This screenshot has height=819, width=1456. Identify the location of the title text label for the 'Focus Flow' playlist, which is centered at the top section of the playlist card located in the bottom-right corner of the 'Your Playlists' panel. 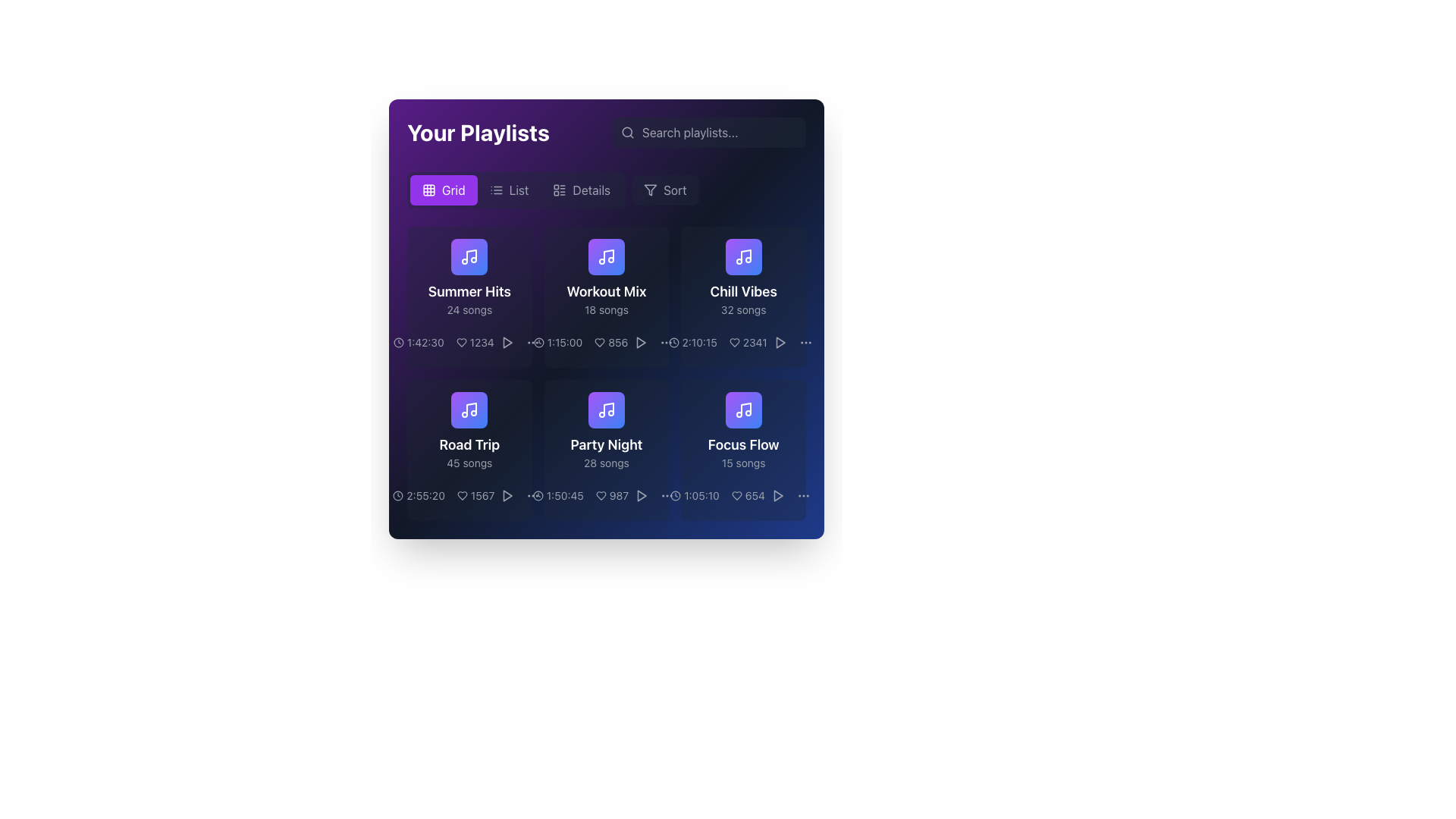
(743, 444).